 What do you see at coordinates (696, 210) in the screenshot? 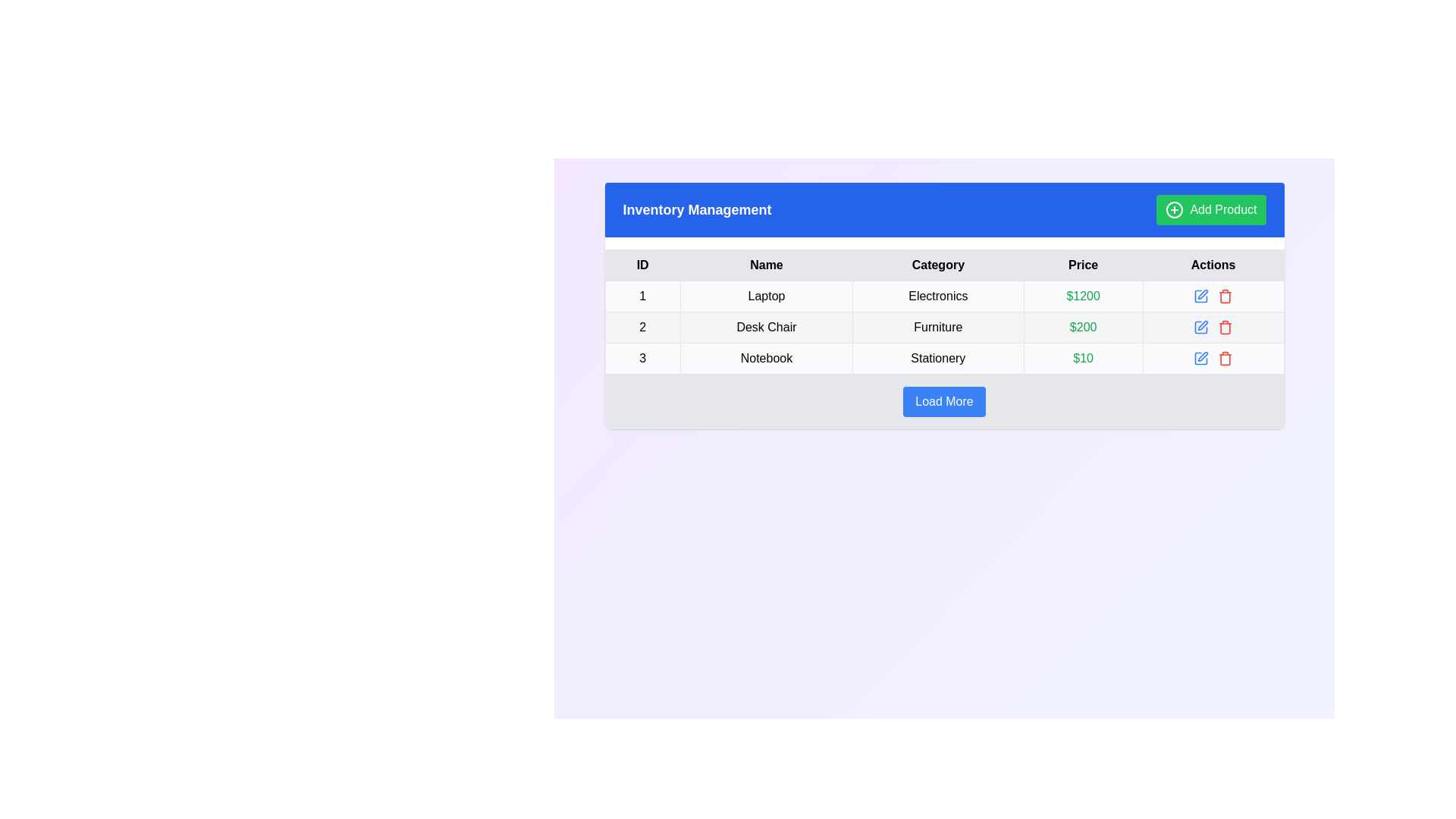
I see `the bold text label 'Inventory Management' located on the left side of the header bar with a blue background` at bounding box center [696, 210].